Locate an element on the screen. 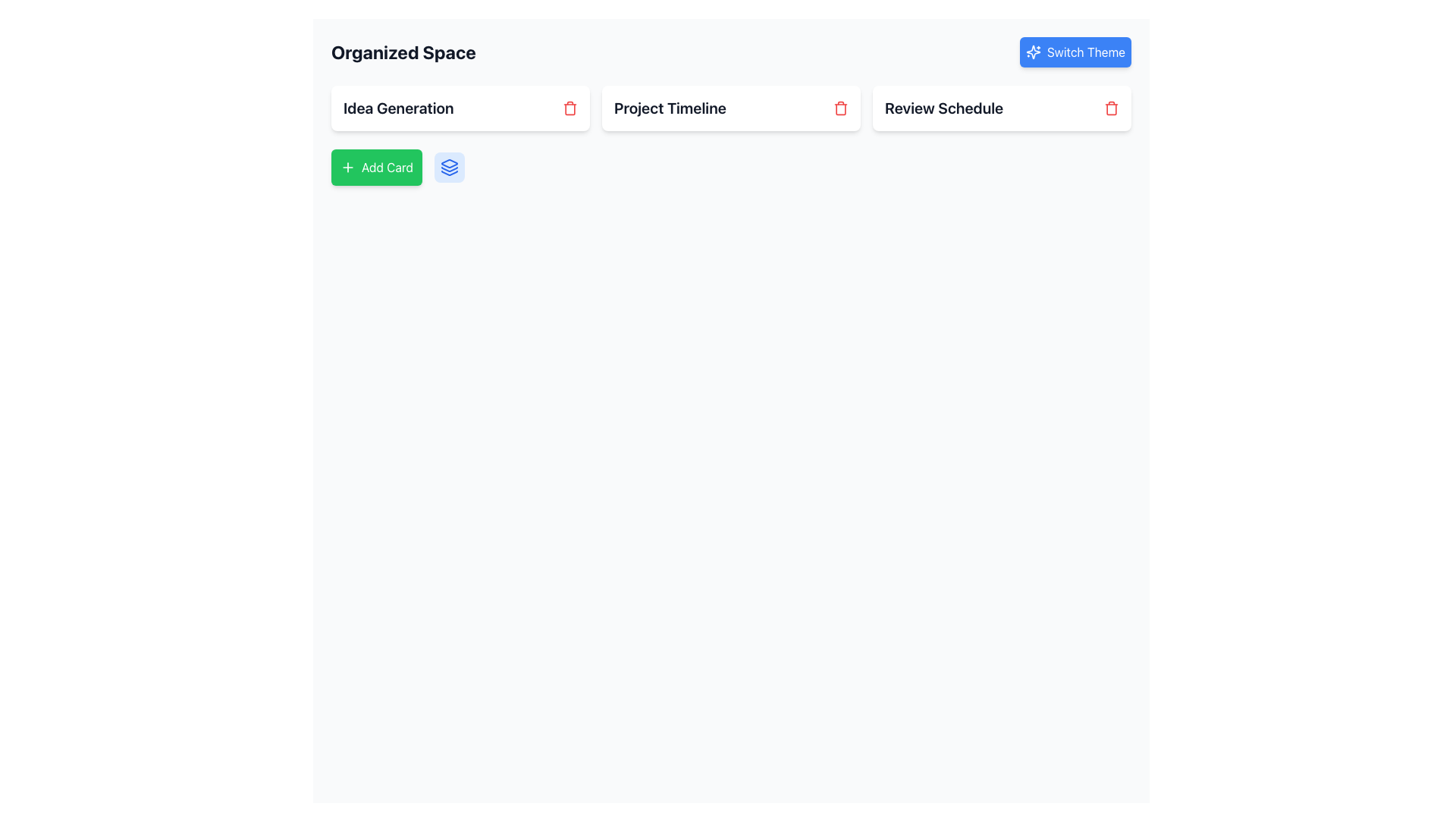 Image resolution: width=1456 pixels, height=819 pixels. the middle layer of the SVG icon that is styled in blue, located next to the green 'Add Card' button for interaction is located at coordinates (448, 169).